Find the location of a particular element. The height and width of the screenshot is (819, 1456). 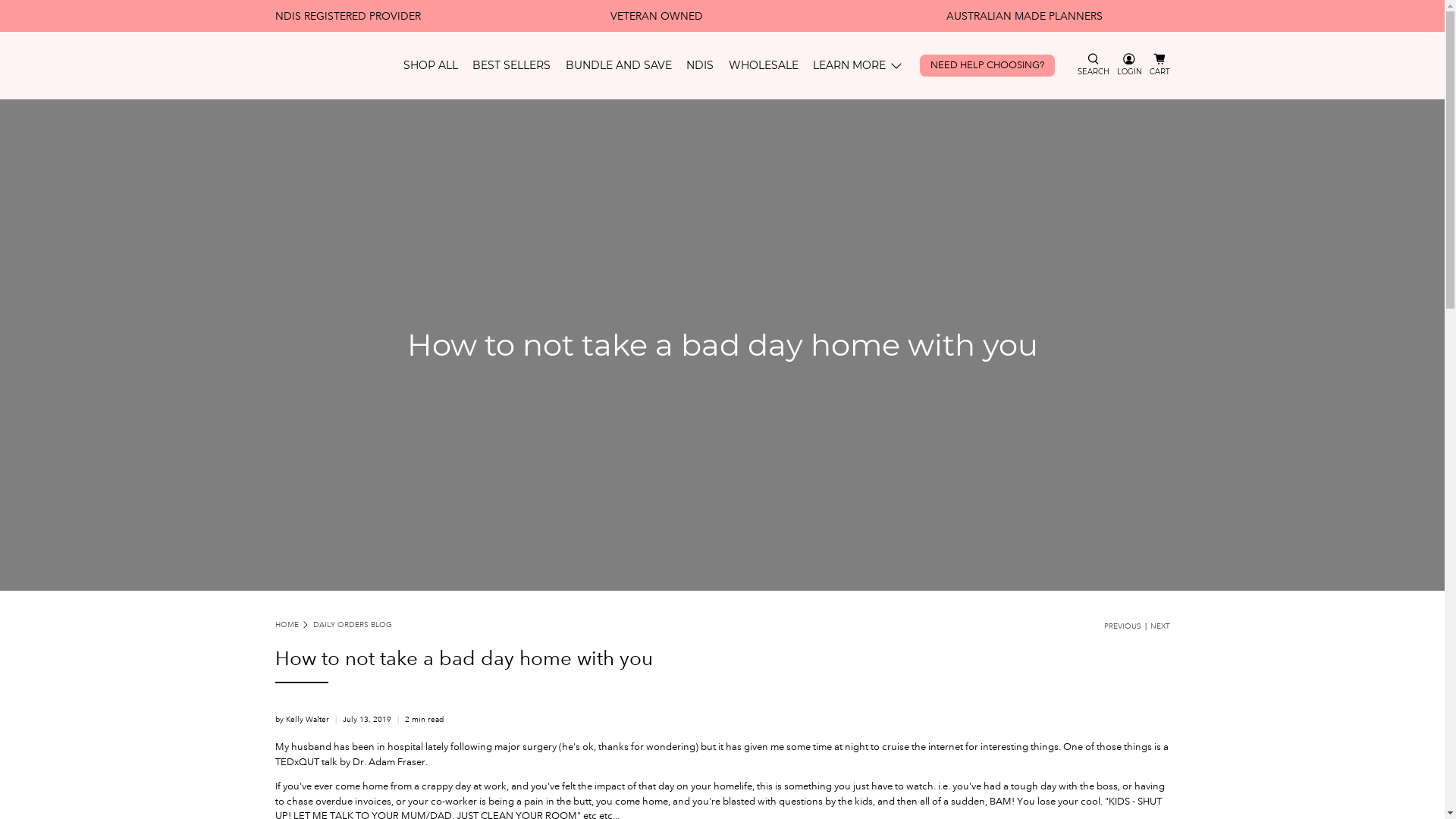

'NEXT' is located at coordinates (1159, 626).